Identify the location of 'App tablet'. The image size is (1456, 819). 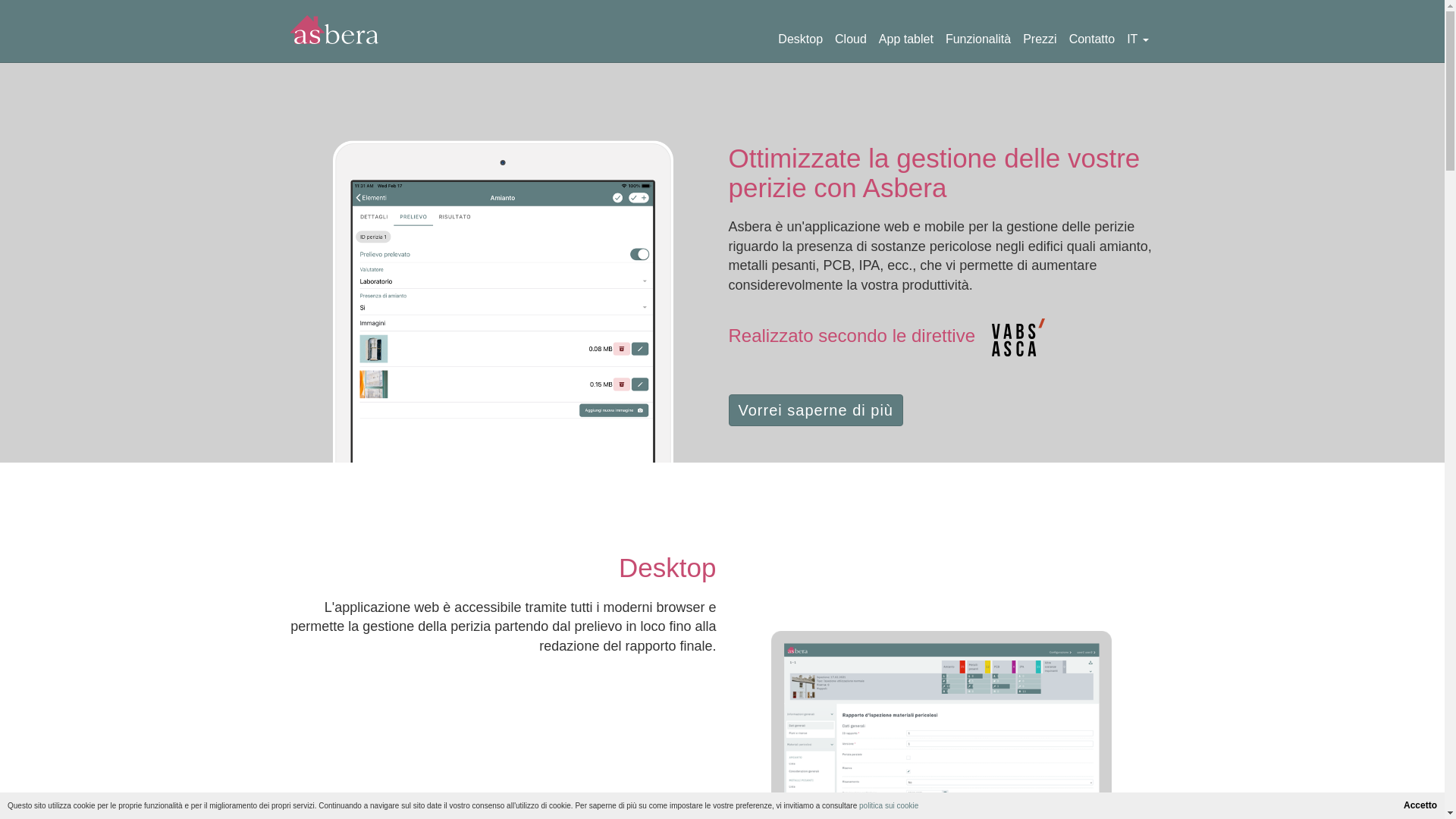
(906, 33).